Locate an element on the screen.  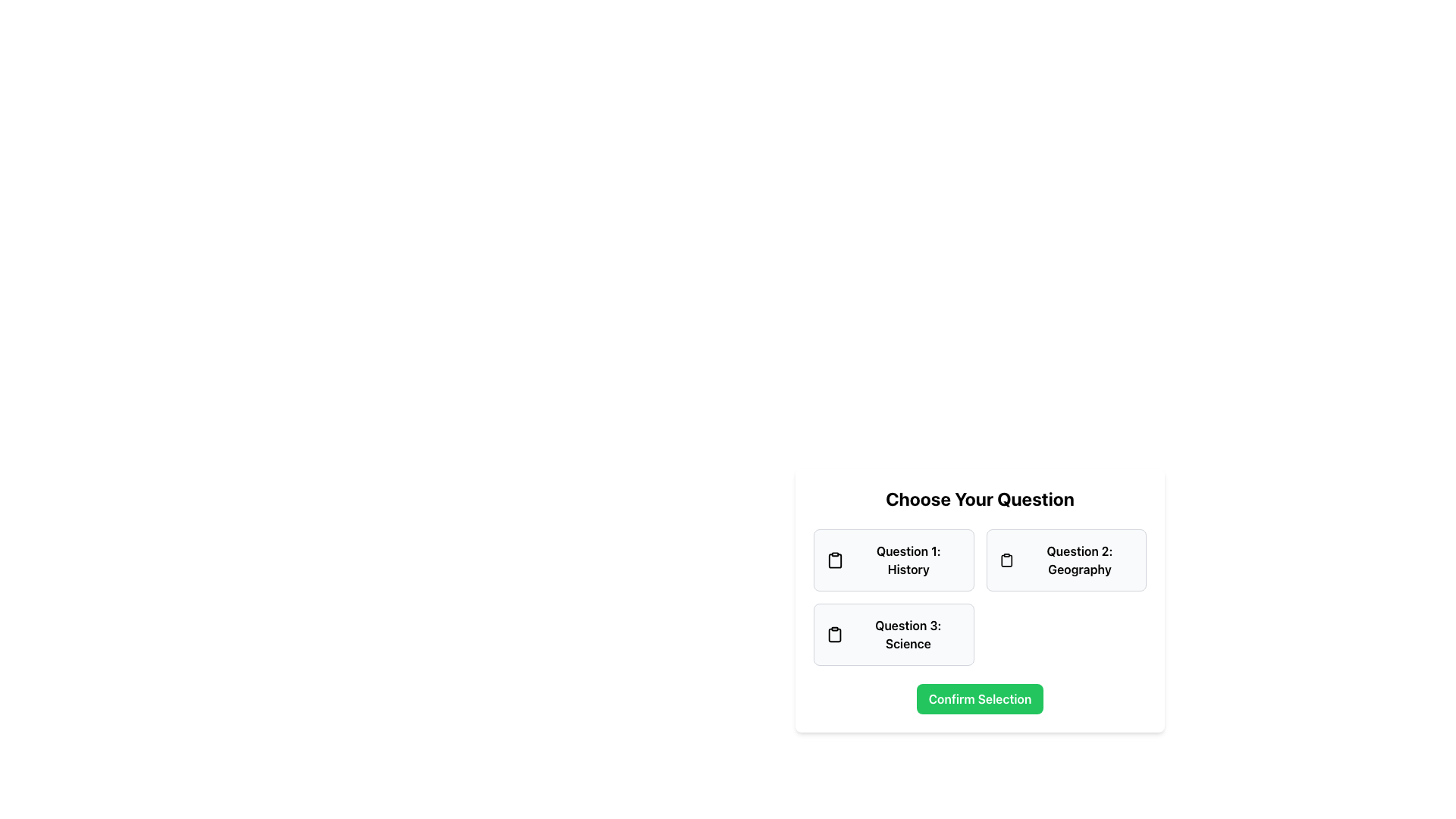
the confirmation button located at the bottom of the options grid to confirm the user's selection is located at coordinates (979, 698).